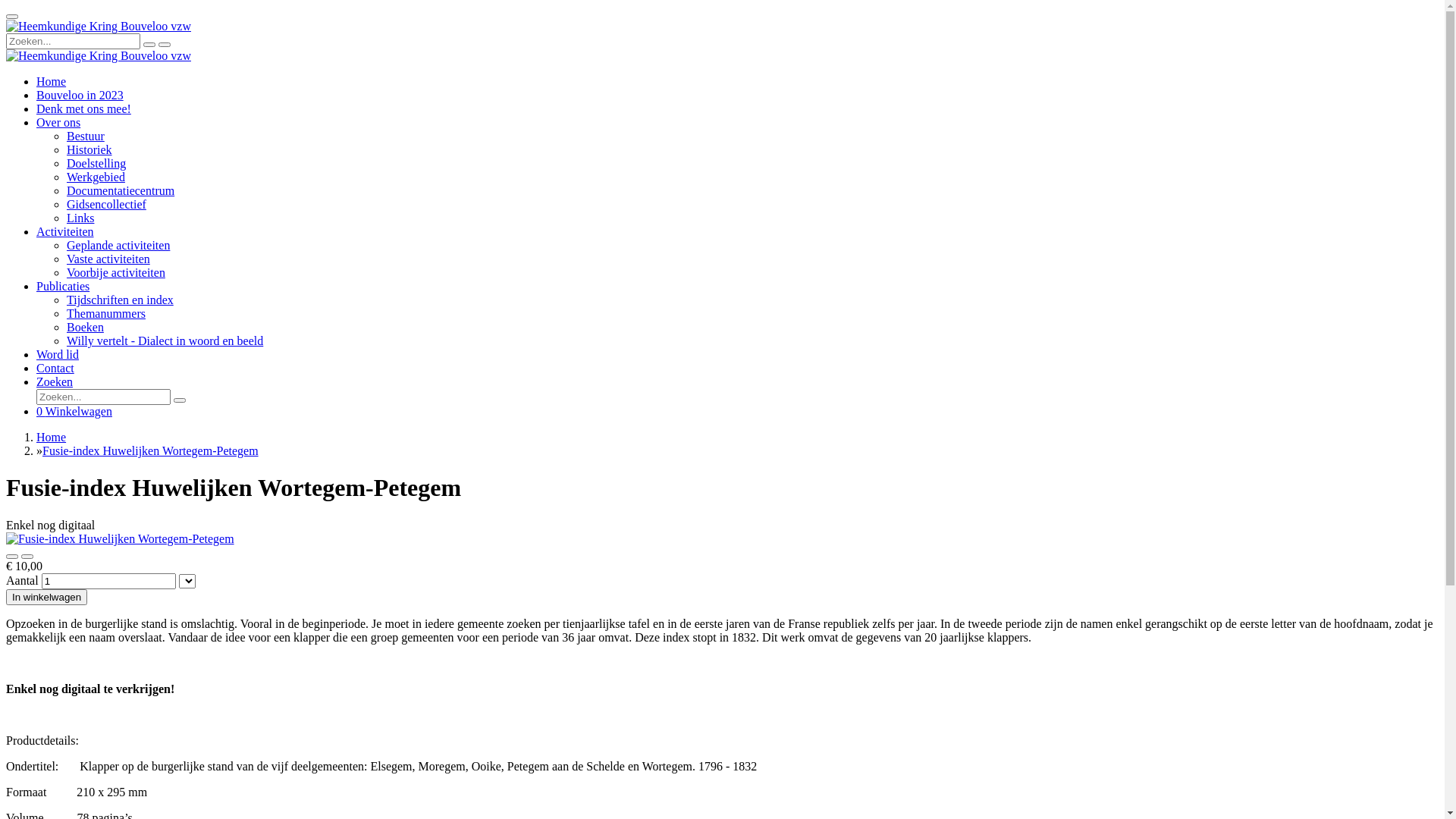  I want to click on 'Bouveloo in 2023', so click(79, 95).